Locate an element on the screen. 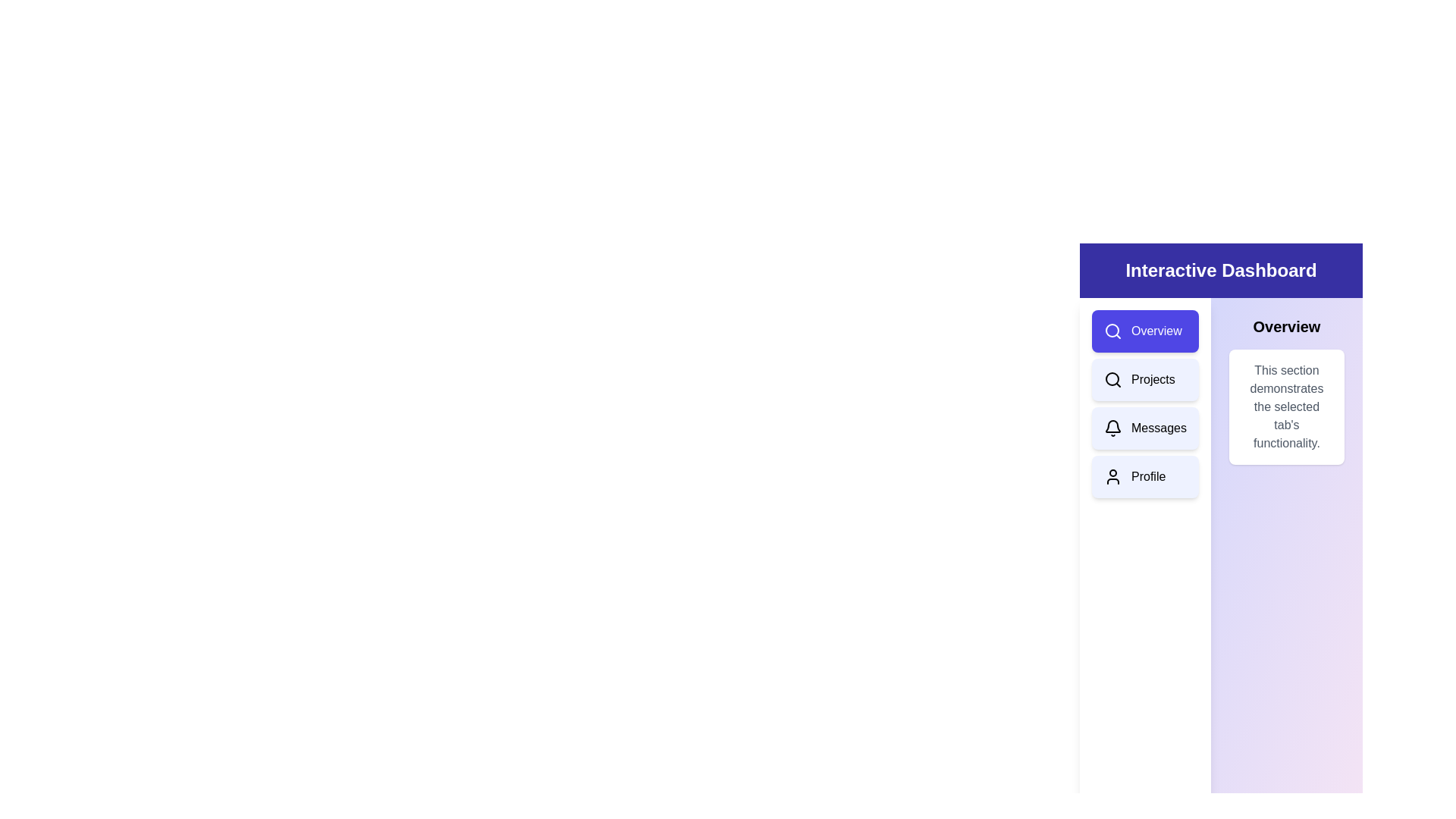 Image resolution: width=1456 pixels, height=819 pixels. the Static text banner displaying 'Interactive Dashboard' with a vibrant indigo background located at the top of the sidebar layout is located at coordinates (1221, 270).